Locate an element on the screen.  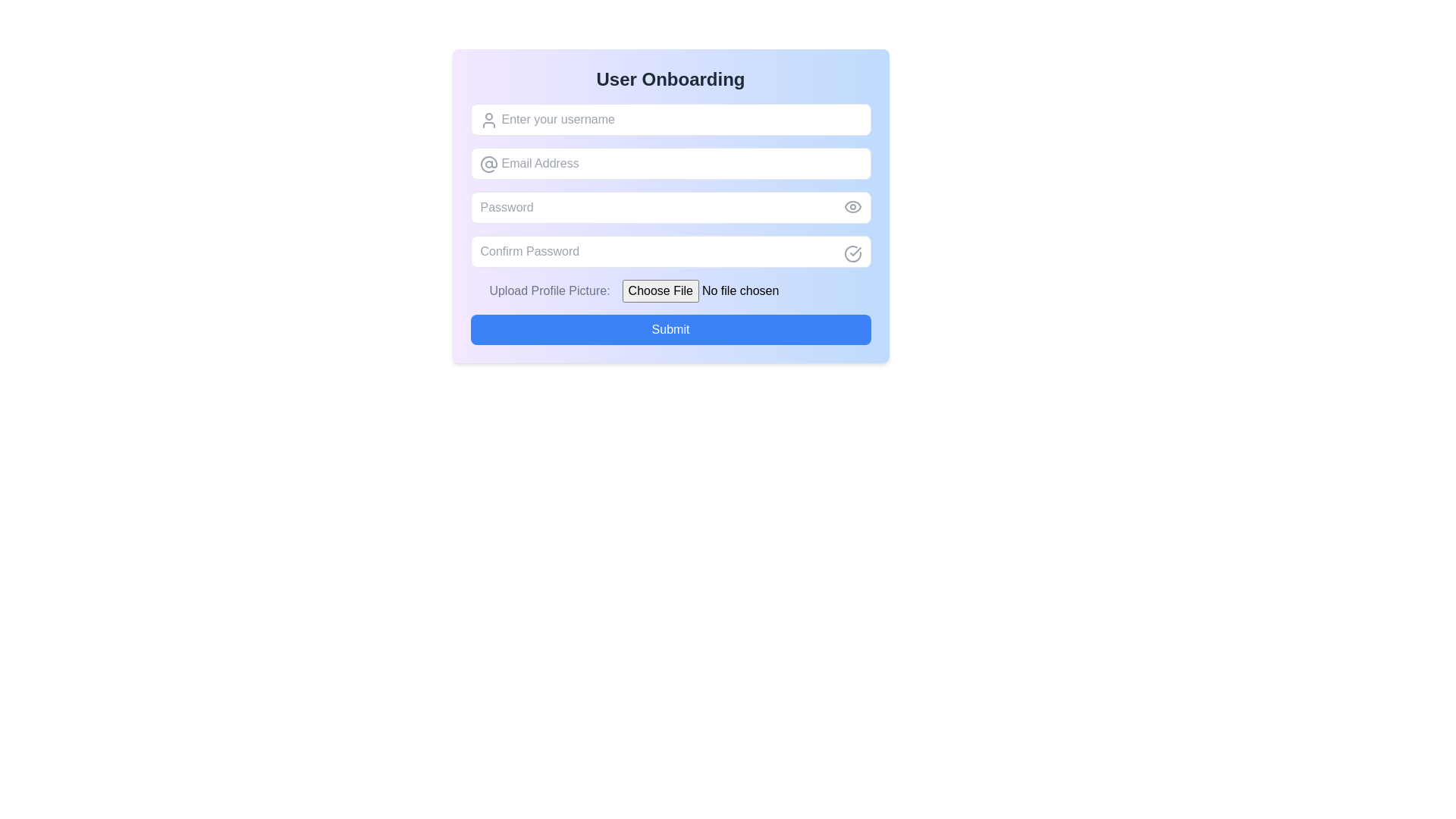
the File upload component labeled 'Upload Profile Picture:' is located at coordinates (670, 291).